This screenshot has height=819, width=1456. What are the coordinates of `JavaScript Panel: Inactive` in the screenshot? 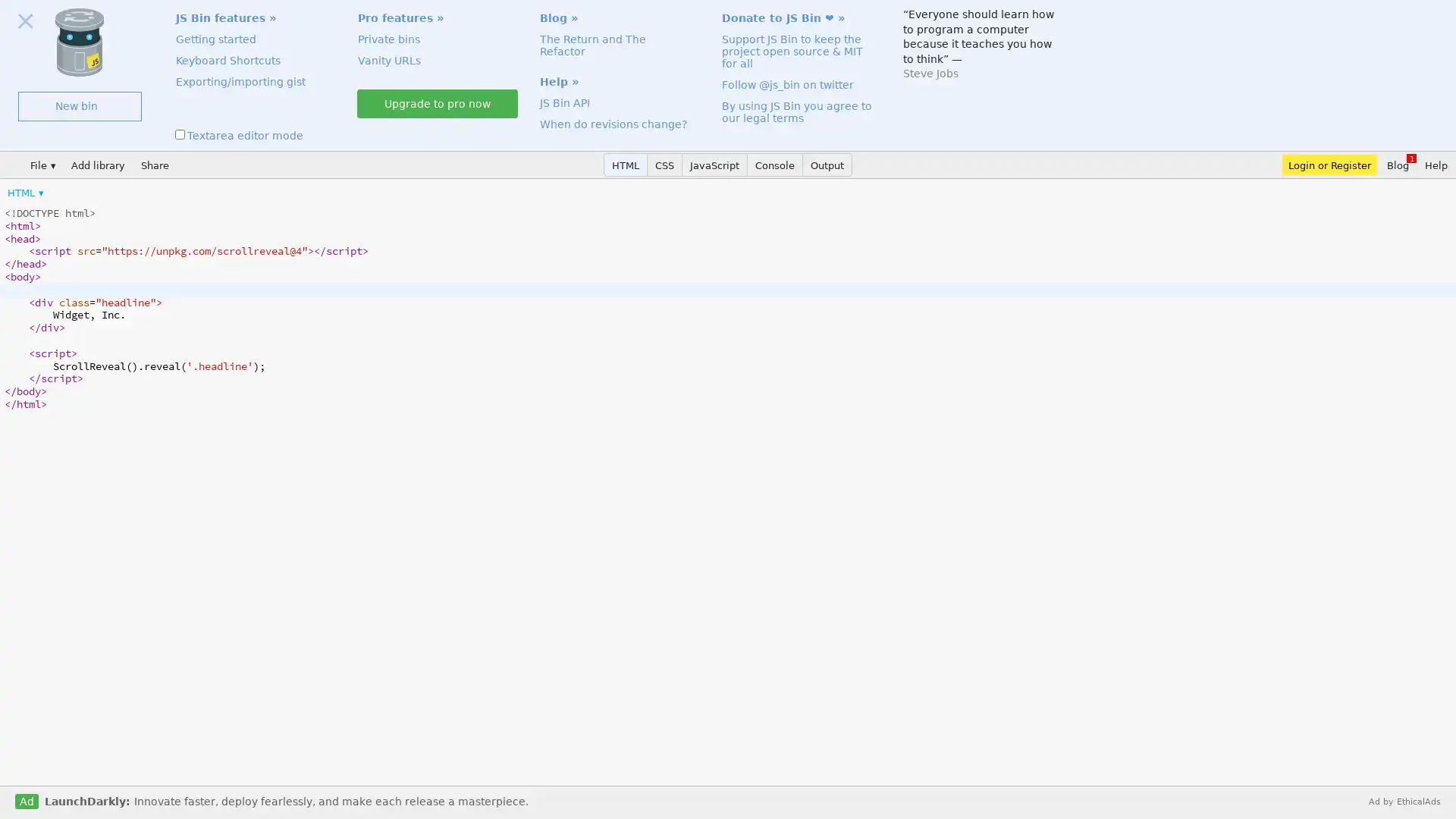 It's located at (714, 165).